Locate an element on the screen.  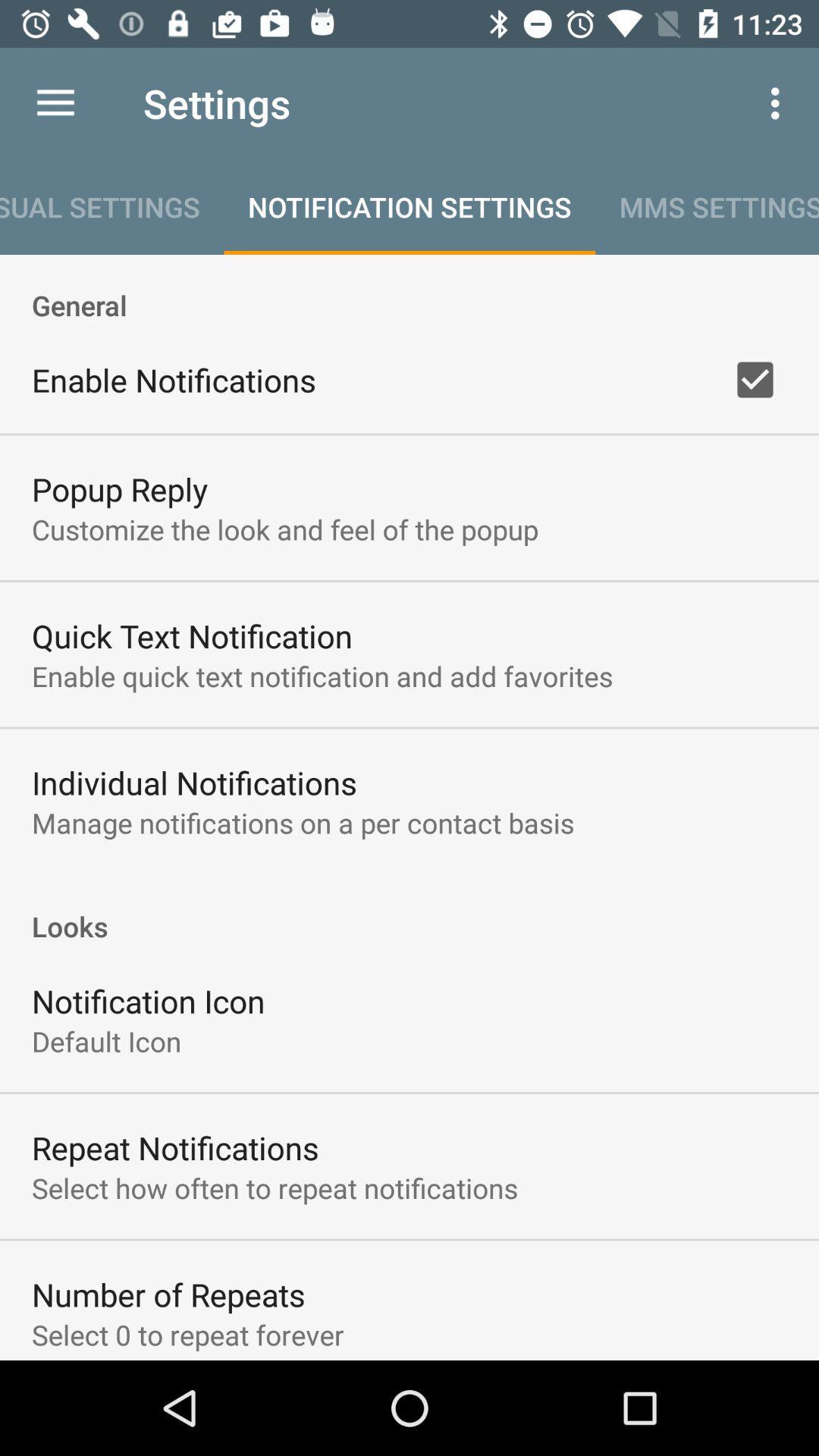
the item above repeat notifications item is located at coordinates (105, 1040).